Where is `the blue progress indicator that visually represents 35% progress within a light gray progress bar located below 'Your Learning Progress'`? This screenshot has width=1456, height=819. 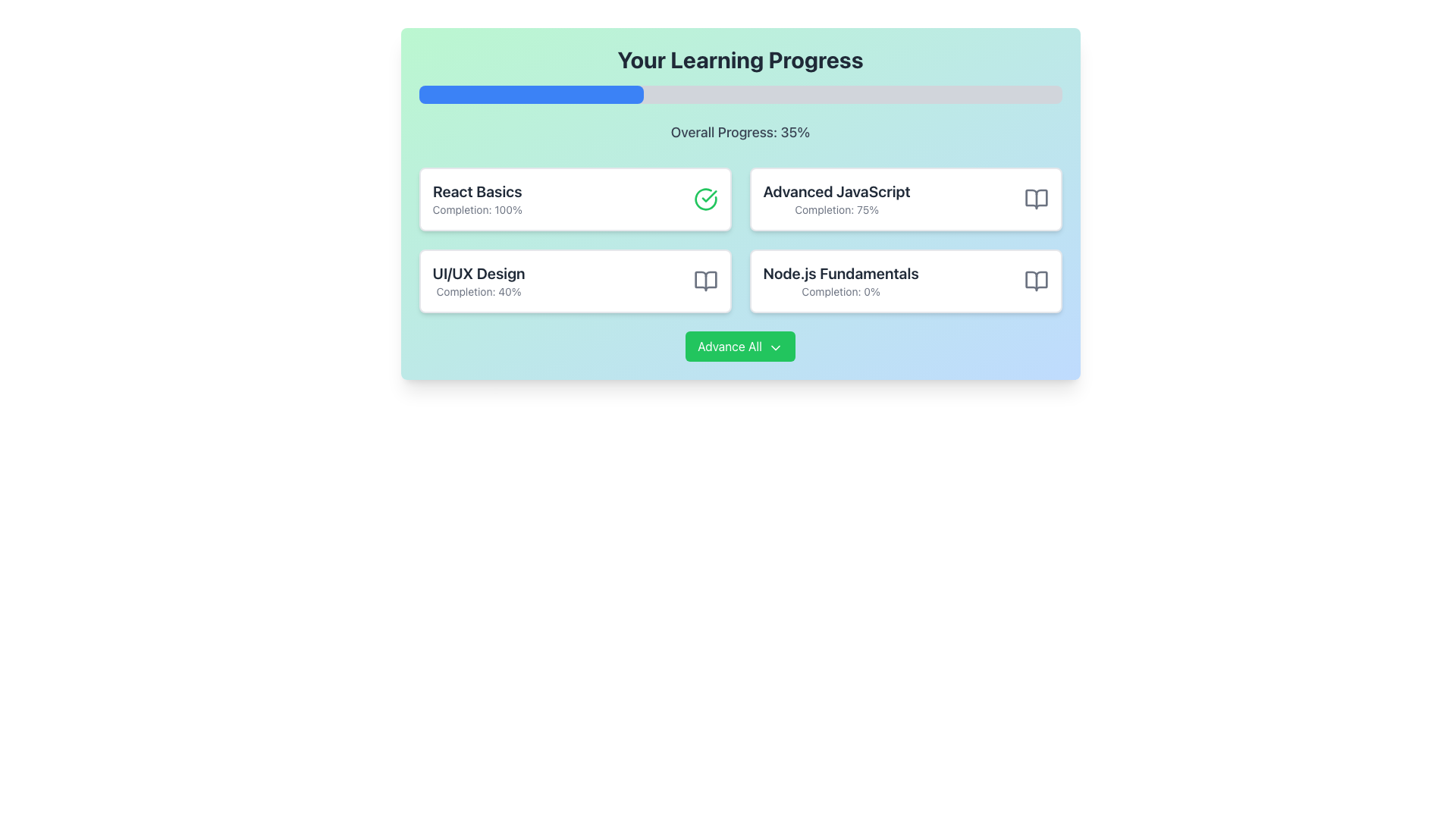 the blue progress indicator that visually represents 35% progress within a light gray progress bar located below 'Your Learning Progress' is located at coordinates (531, 94).